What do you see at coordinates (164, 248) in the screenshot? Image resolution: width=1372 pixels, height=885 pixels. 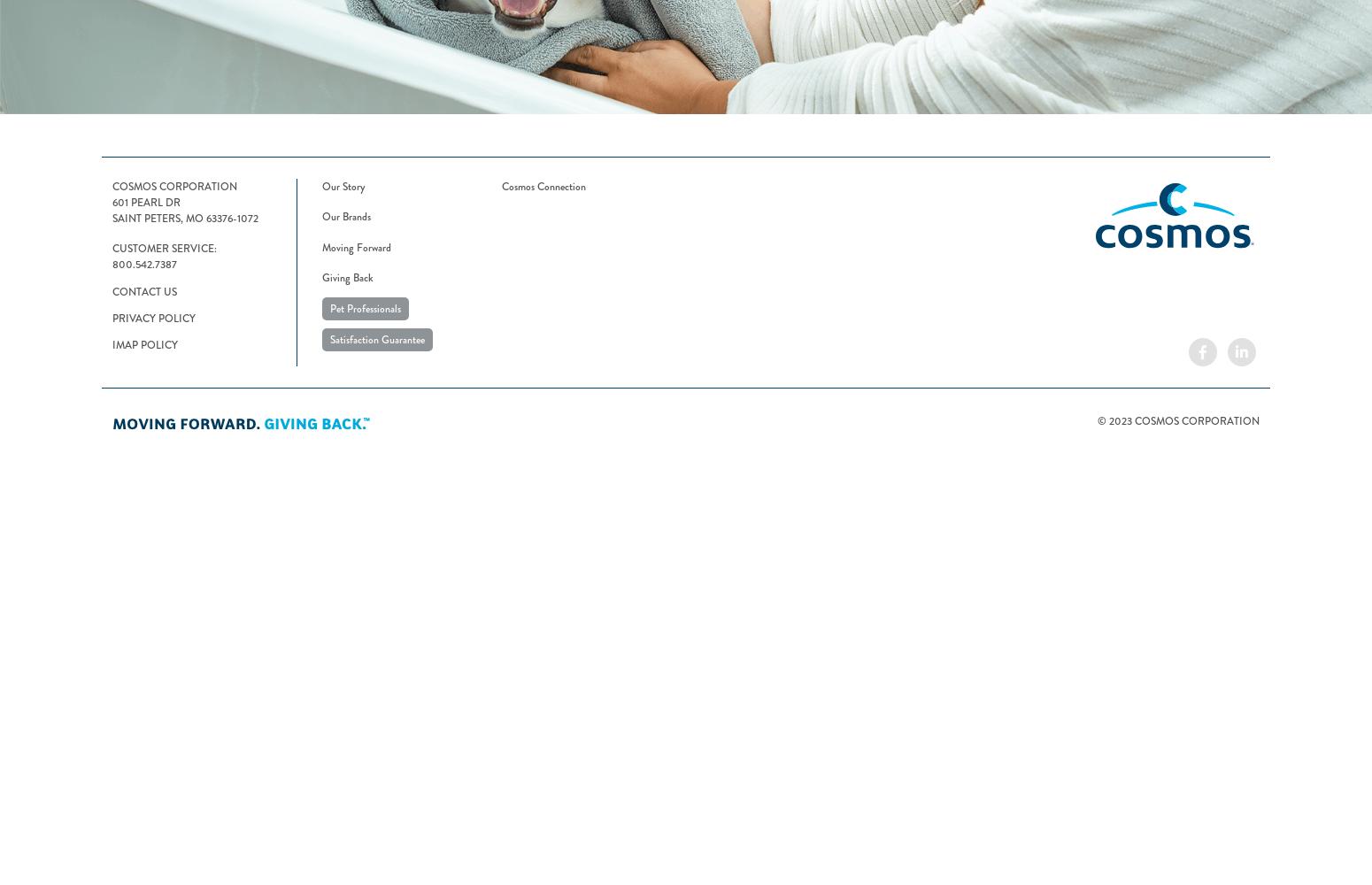 I see `'Customer Service:'` at bounding box center [164, 248].